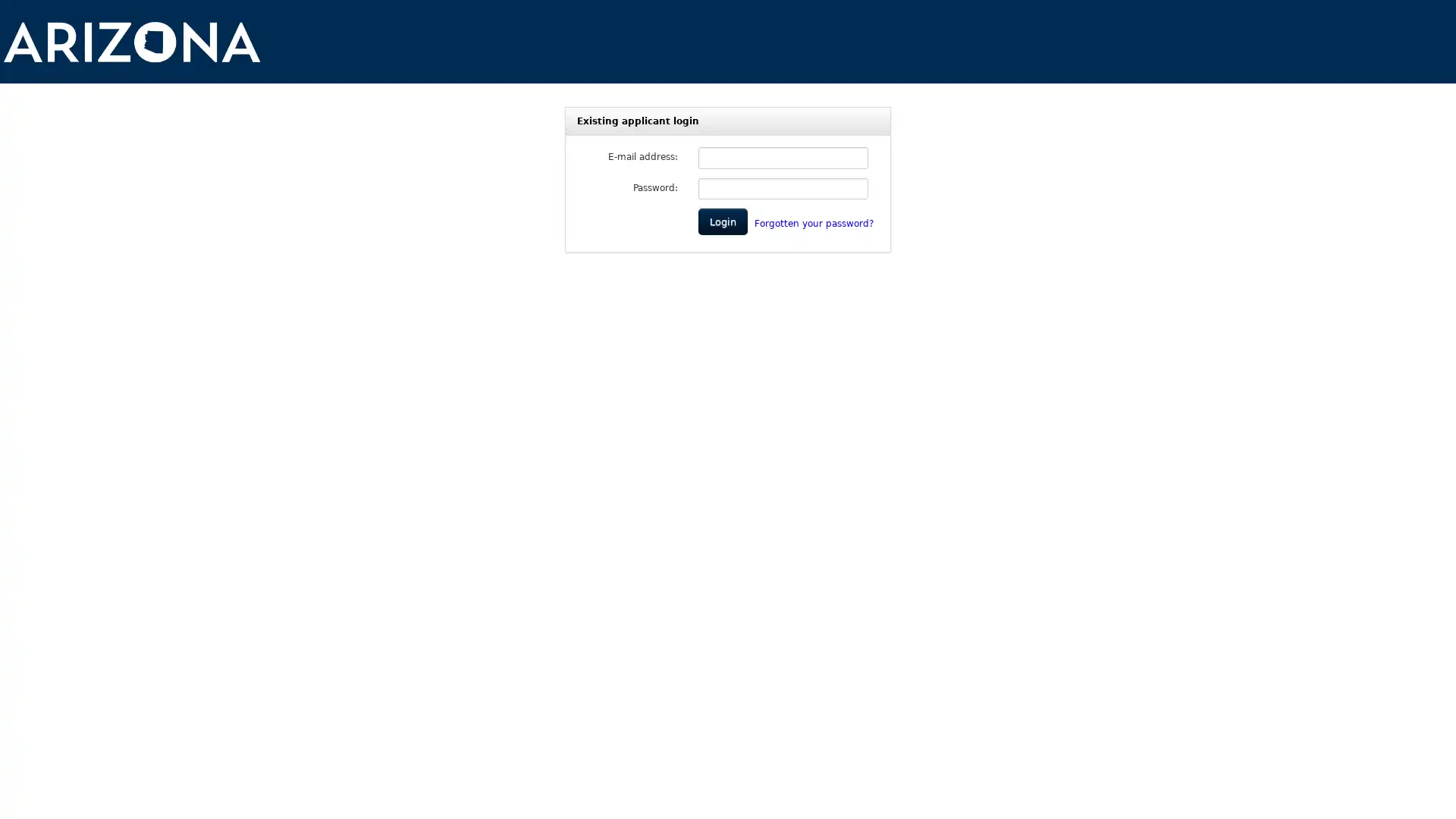  I want to click on Login, so click(722, 221).